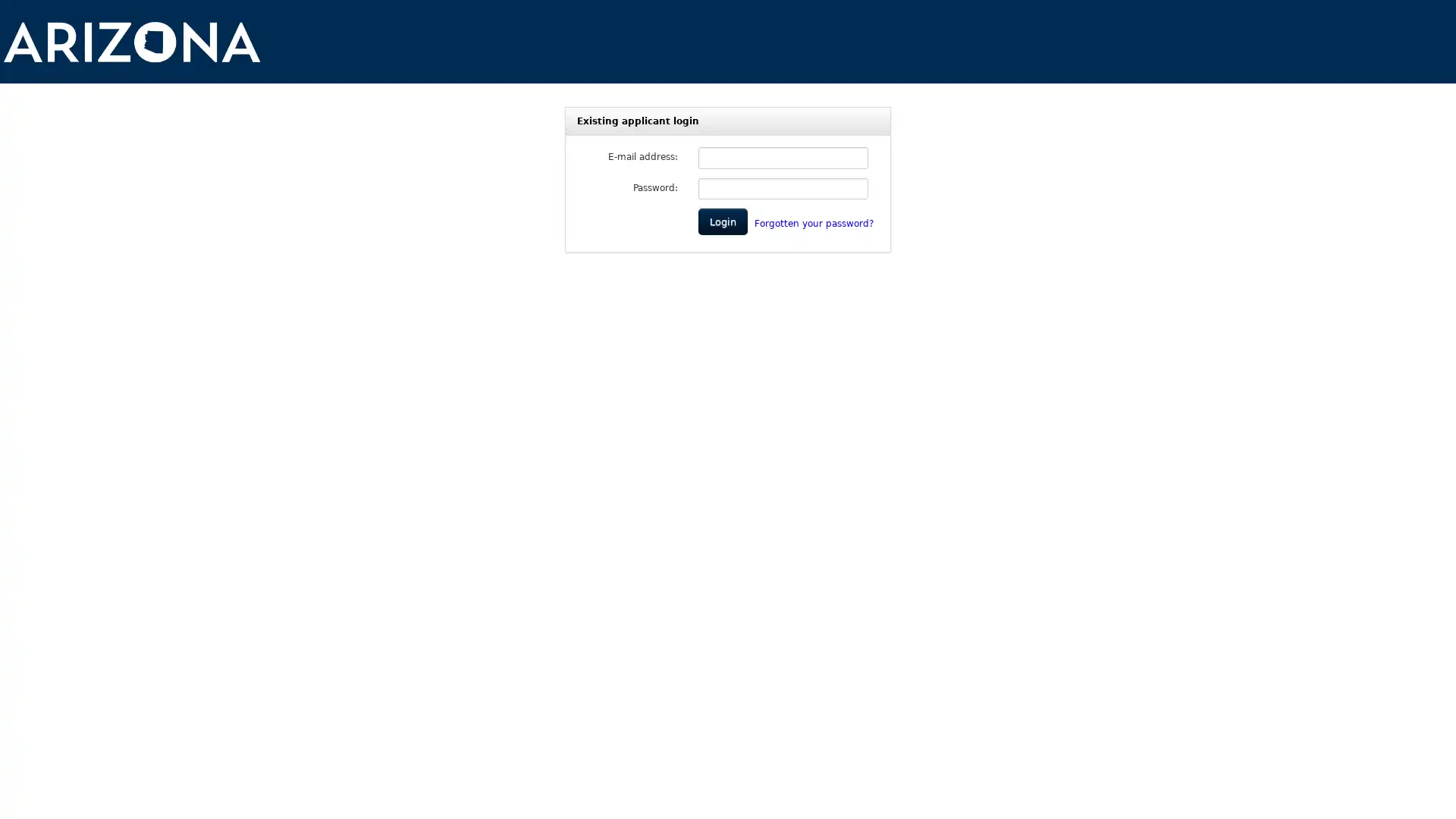  I want to click on Login, so click(722, 221).